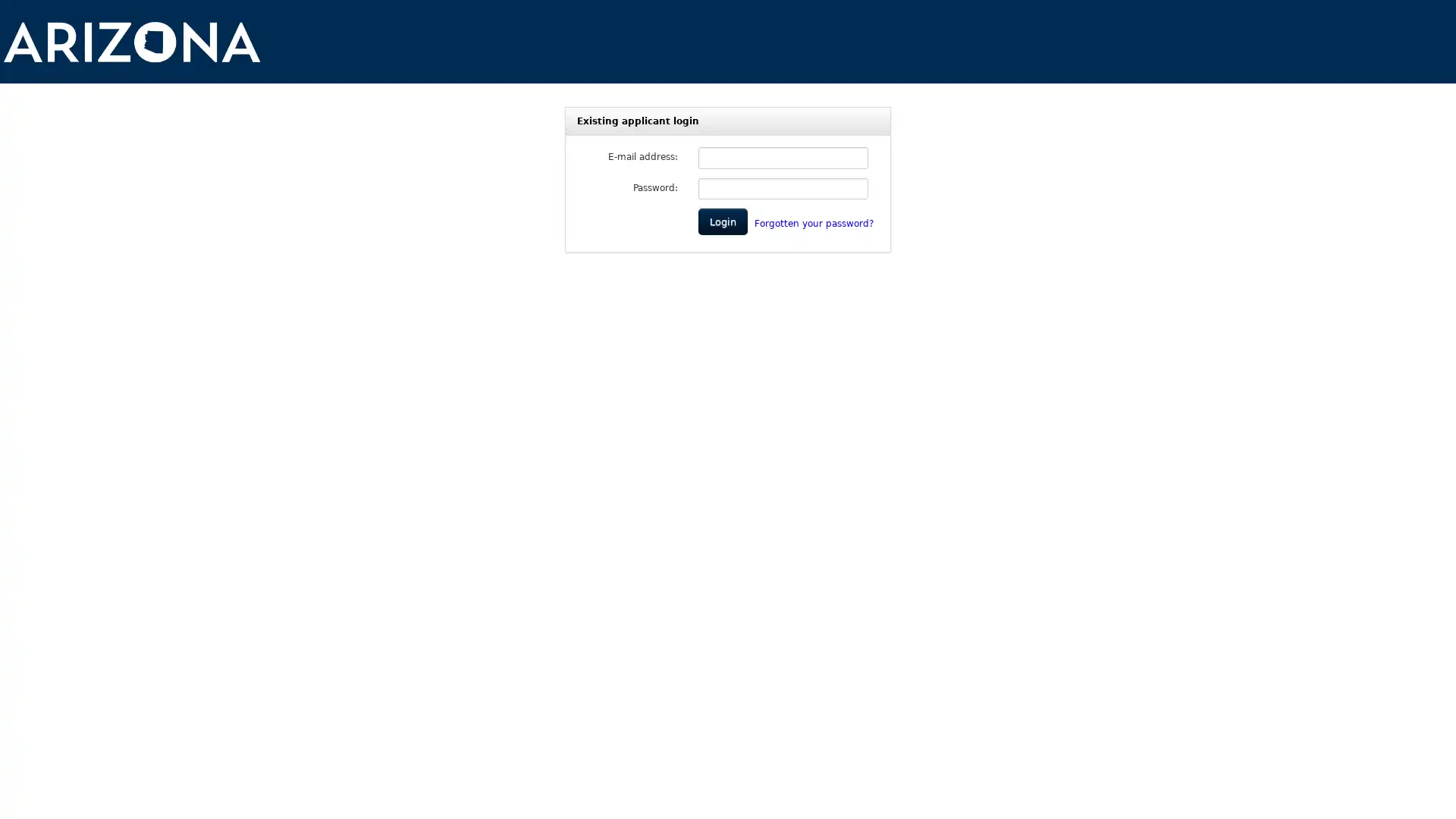  I want to click on Login, so click(722, 221).